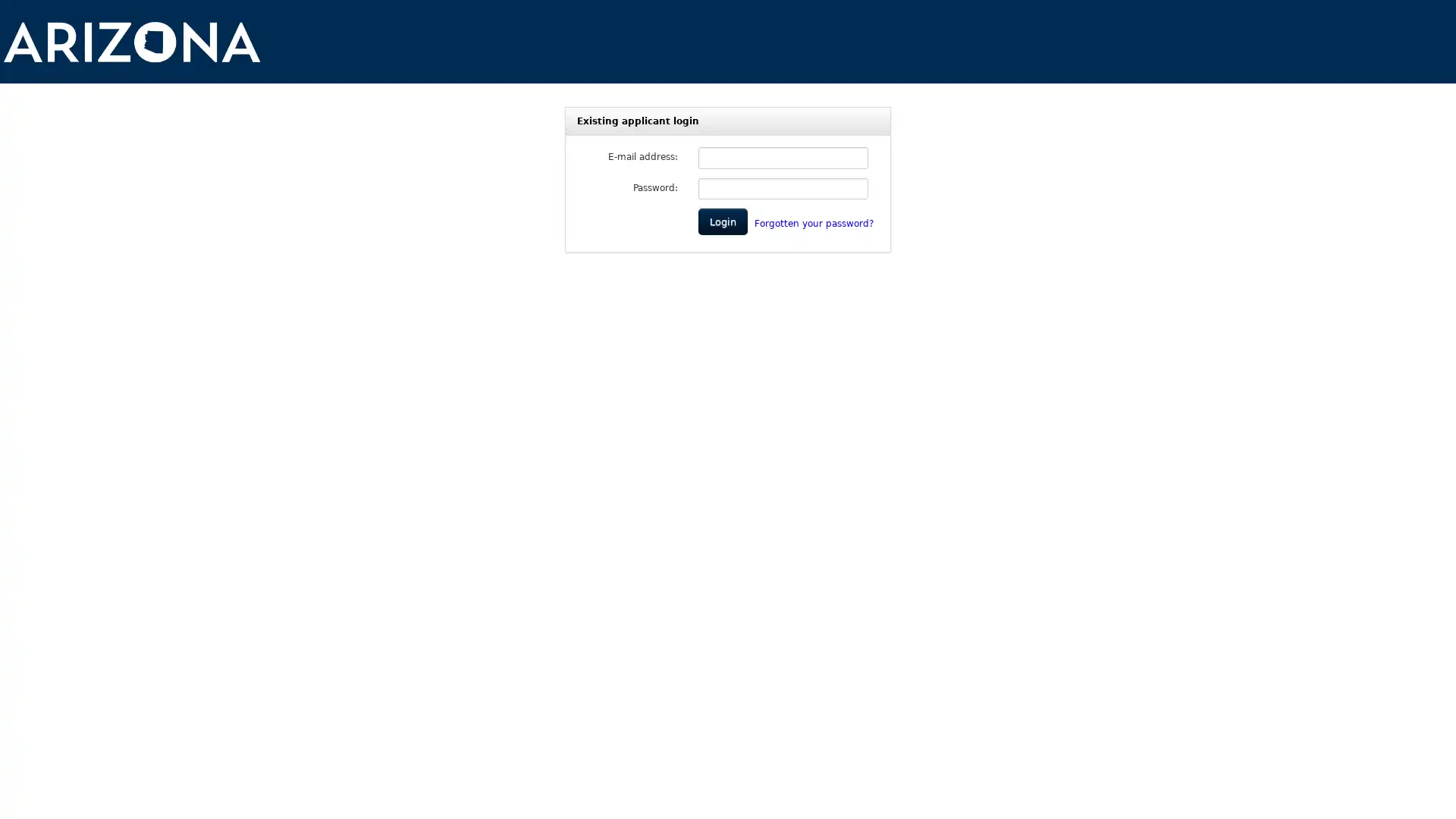  I want to click on Login, so click(722, 221).